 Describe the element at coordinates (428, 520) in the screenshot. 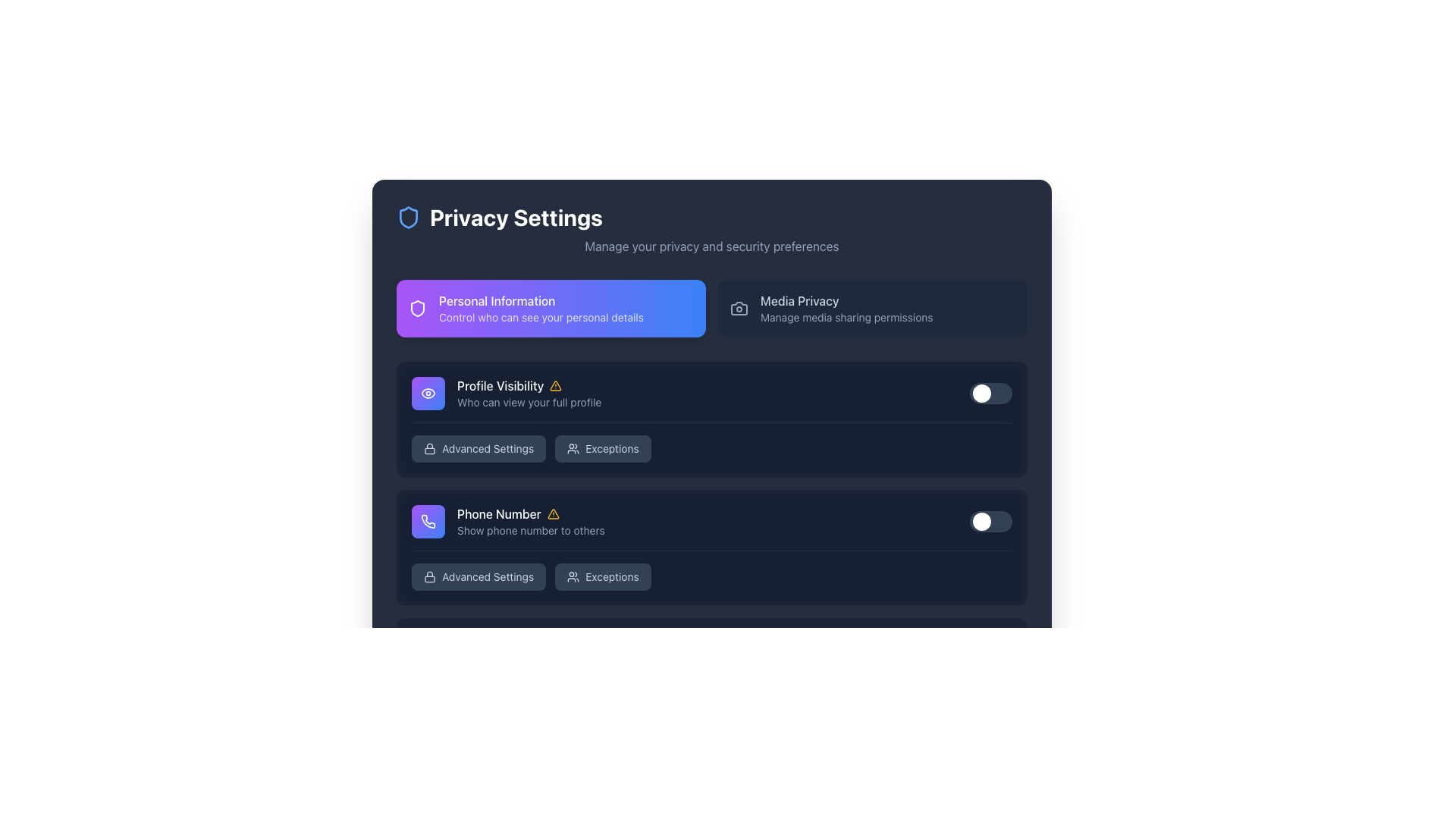

I see `the 'Phone Number' icon located in the 'Privacy Settings' interface, positioned to the left of the label text 'Phone Number'` at that location.